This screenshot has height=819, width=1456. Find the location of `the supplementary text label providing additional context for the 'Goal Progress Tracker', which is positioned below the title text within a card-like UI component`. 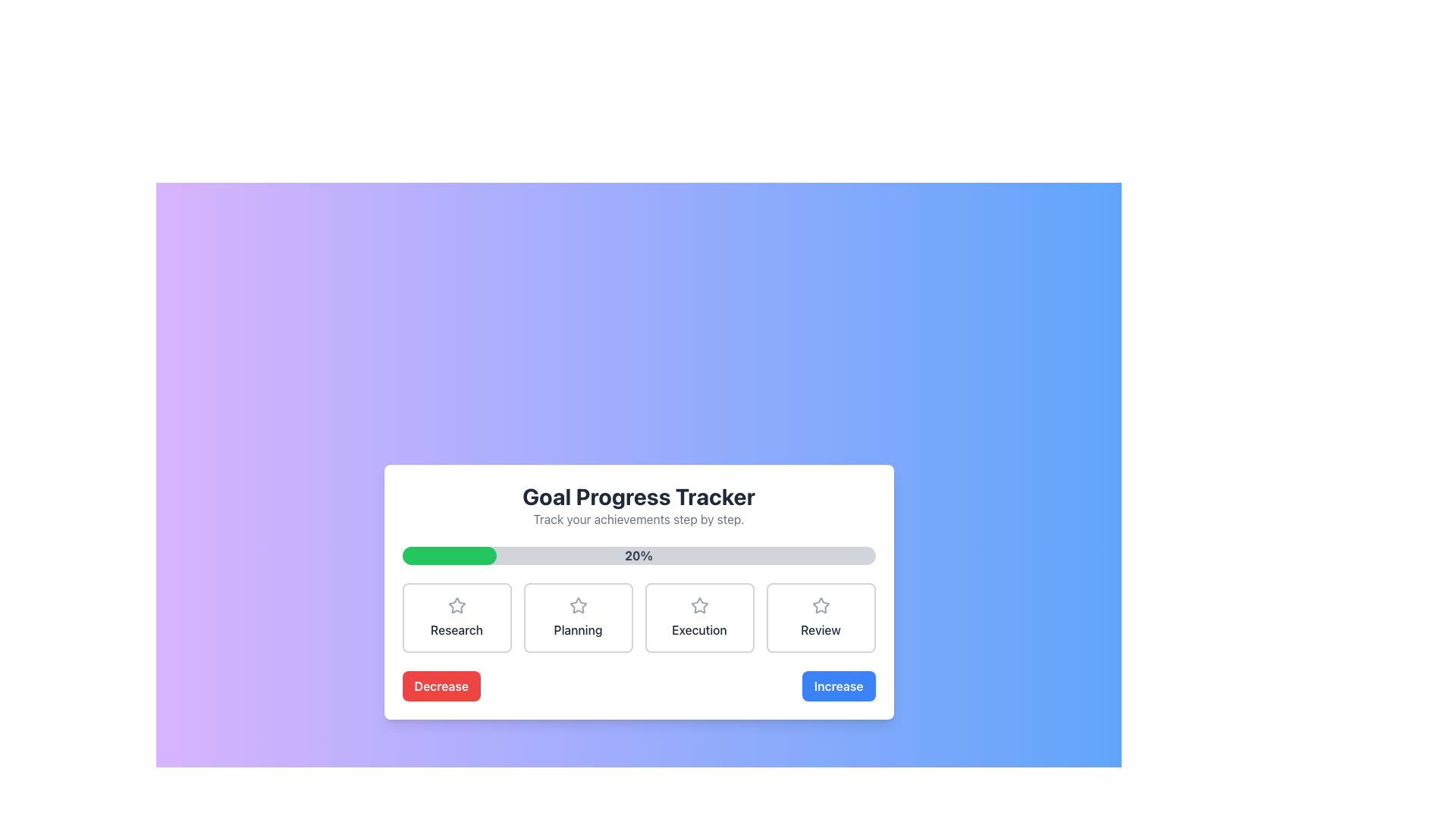

the supplementary text label providing additional context for the 'Goal Progress Tracker', which is positioned below the title text within a card-like UI component is located at coordinates (639, 519).